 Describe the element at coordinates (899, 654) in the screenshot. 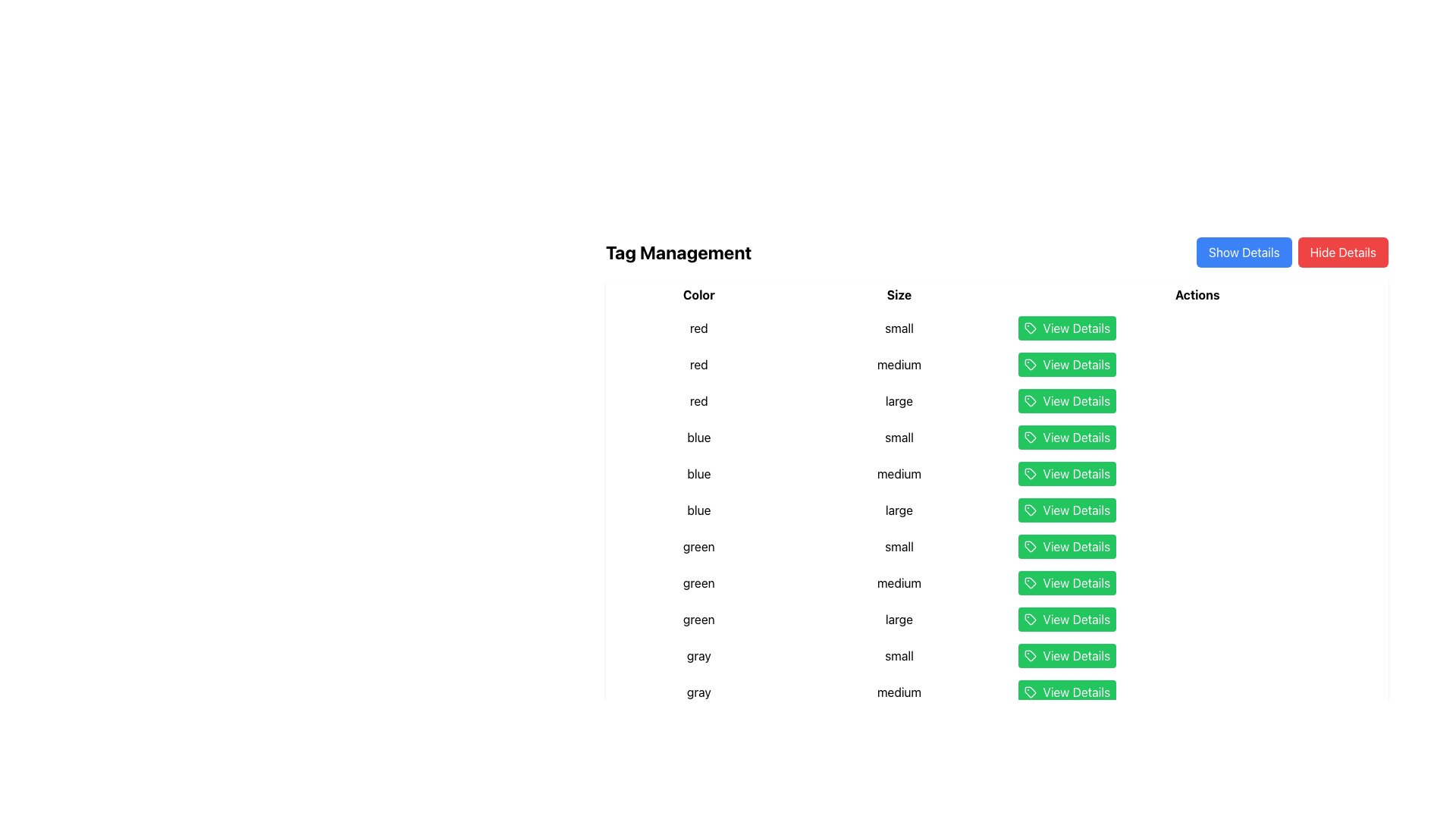

I see `text label displaying 'small' located in the 'Size' column, adjacent to the 'gray' cell, using developer tools` at that location.